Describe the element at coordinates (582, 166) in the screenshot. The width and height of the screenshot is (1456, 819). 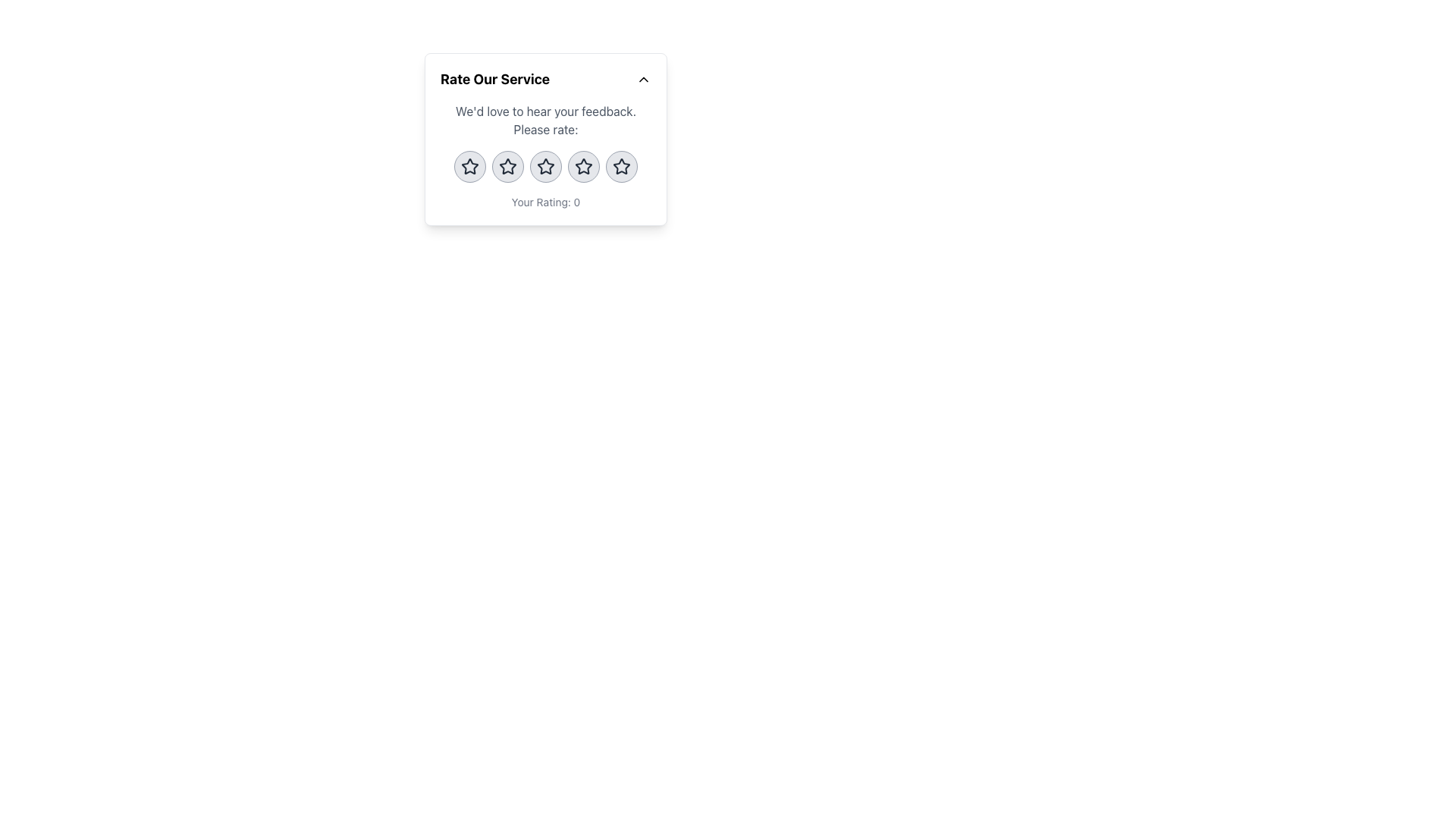
I see `the circular button with a light gray background and dark gray border, which contains an outlined dark gray star icon` at that location.